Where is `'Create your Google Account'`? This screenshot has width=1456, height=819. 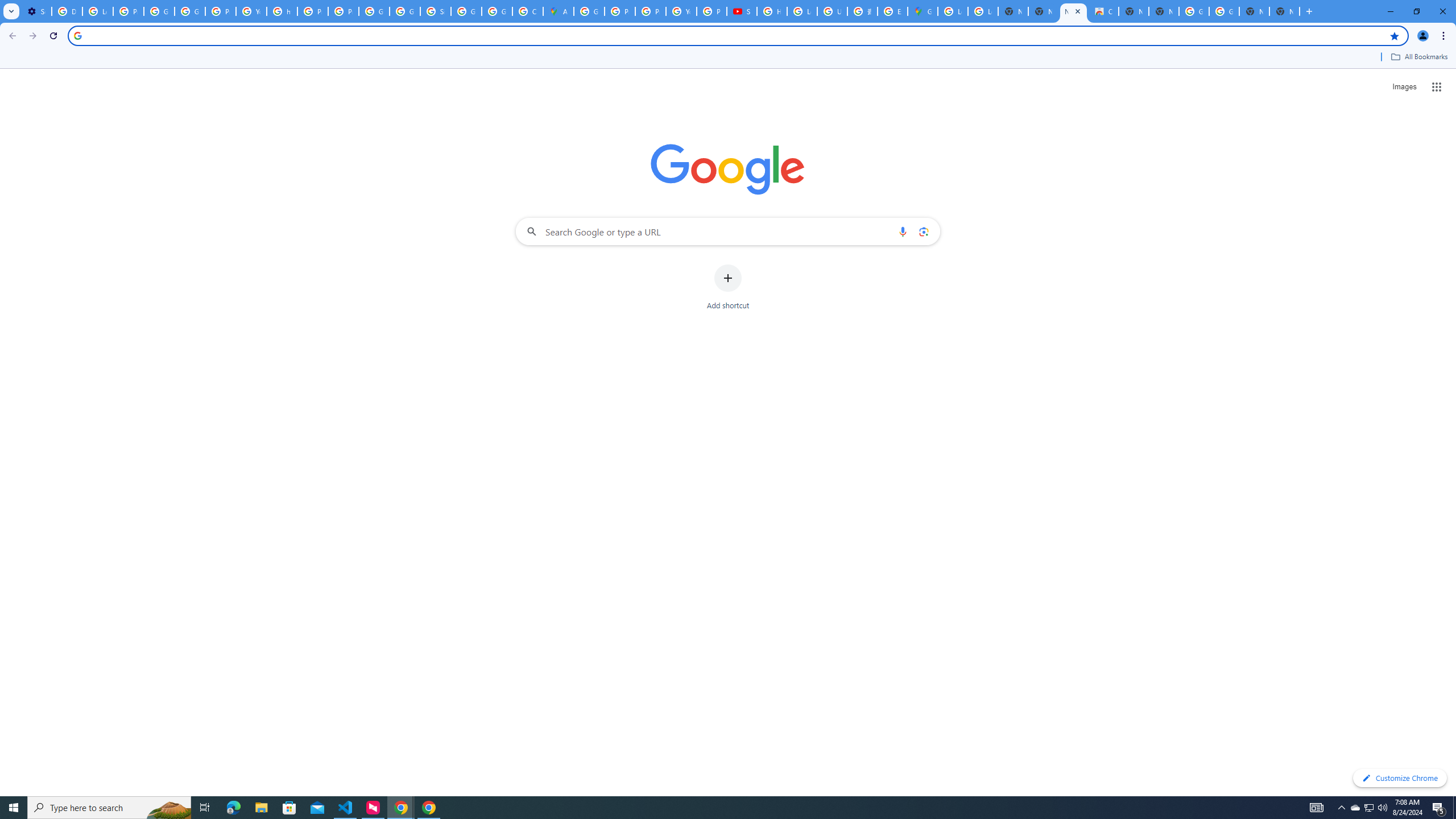
'Create your Google Account' is located at coordinates (528, 11).